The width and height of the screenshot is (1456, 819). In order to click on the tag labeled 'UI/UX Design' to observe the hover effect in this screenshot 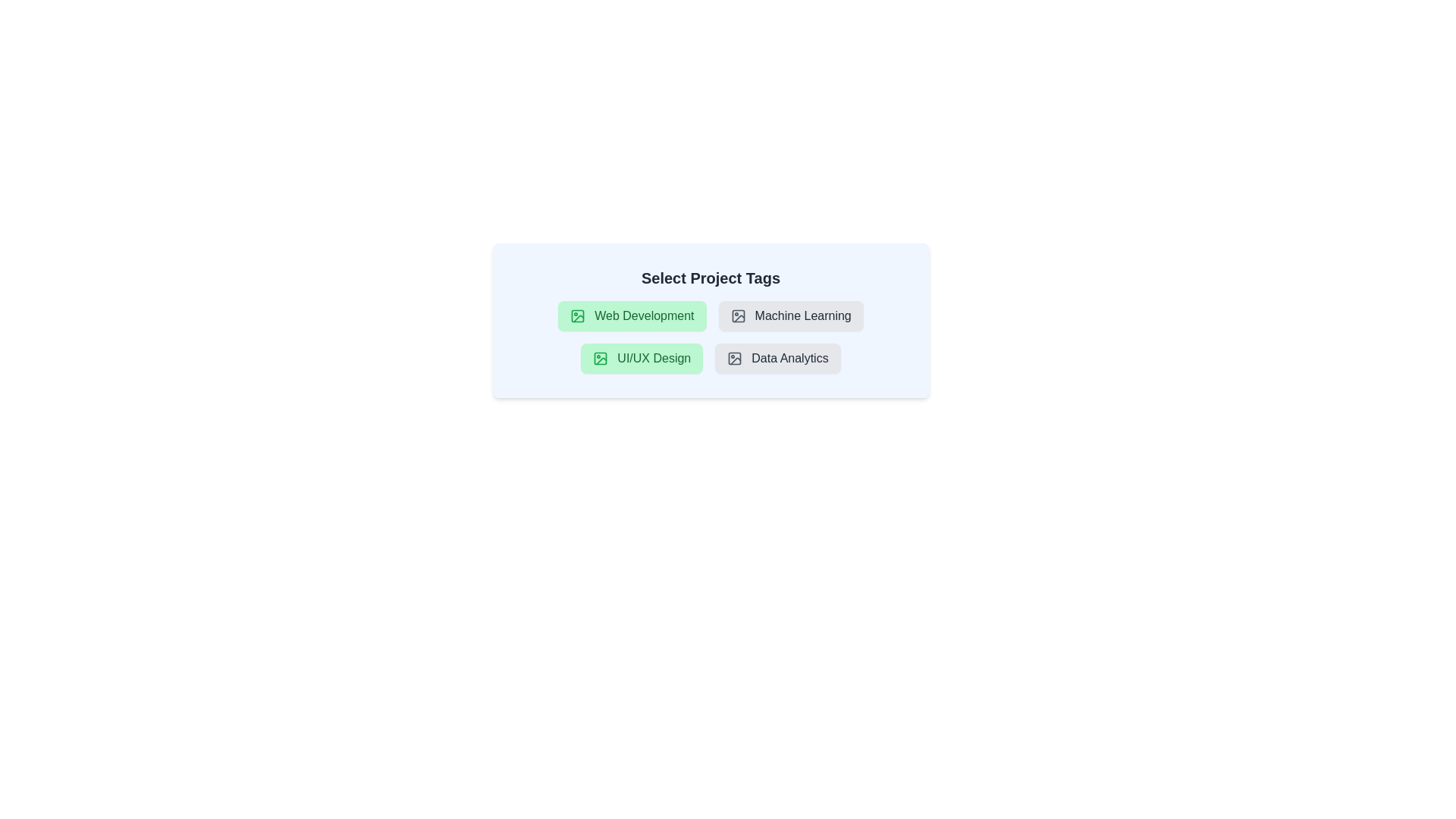, I will do `click(642, 359)`.